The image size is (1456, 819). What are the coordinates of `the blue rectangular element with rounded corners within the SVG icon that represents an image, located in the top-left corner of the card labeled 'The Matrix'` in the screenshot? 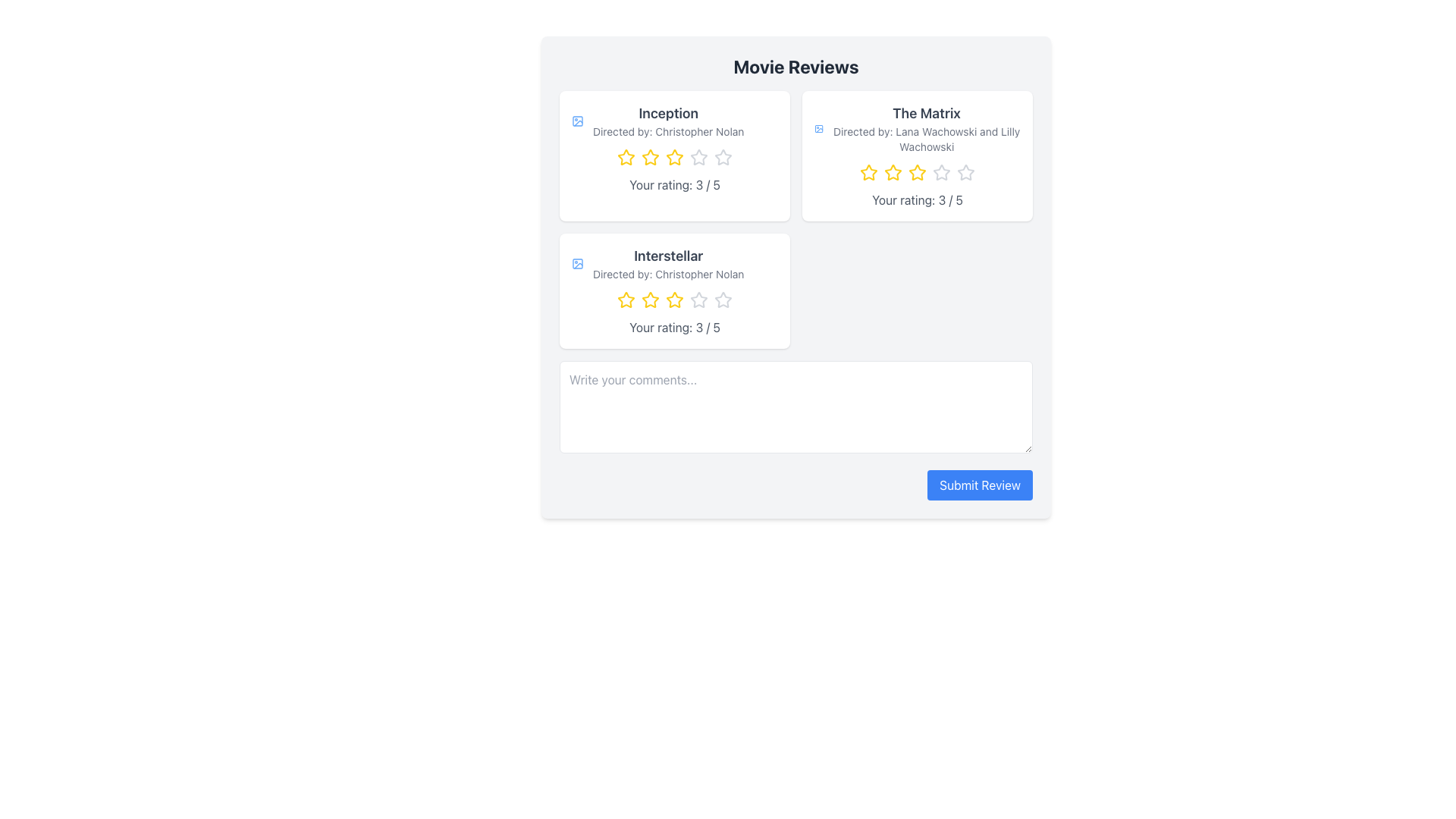 It's located at (818, 127).